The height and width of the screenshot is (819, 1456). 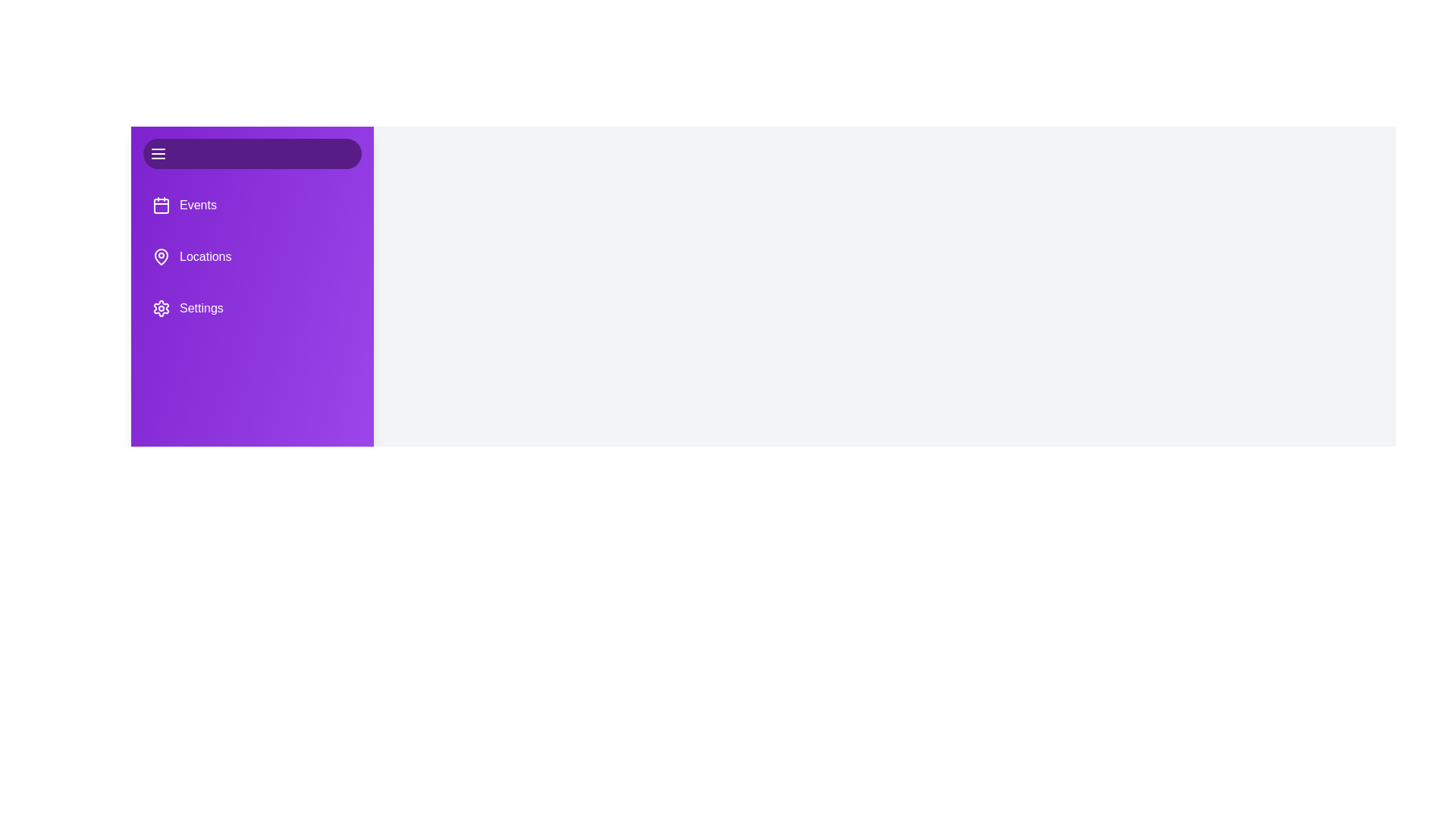 I want to click on the menu item labeled Settings to select it, so click(x=252, y=308).